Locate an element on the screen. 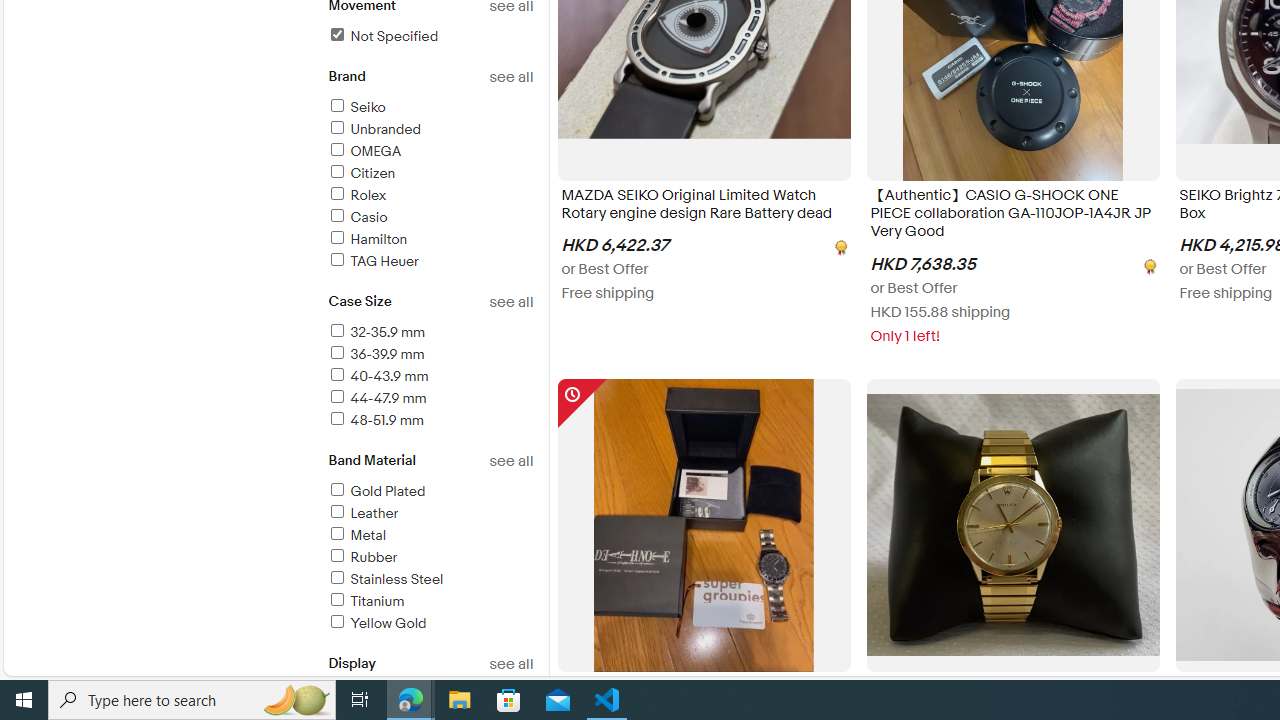 This screenshot has height=720, width=1280. 'Citizen' is located at coordinates (360, 172).